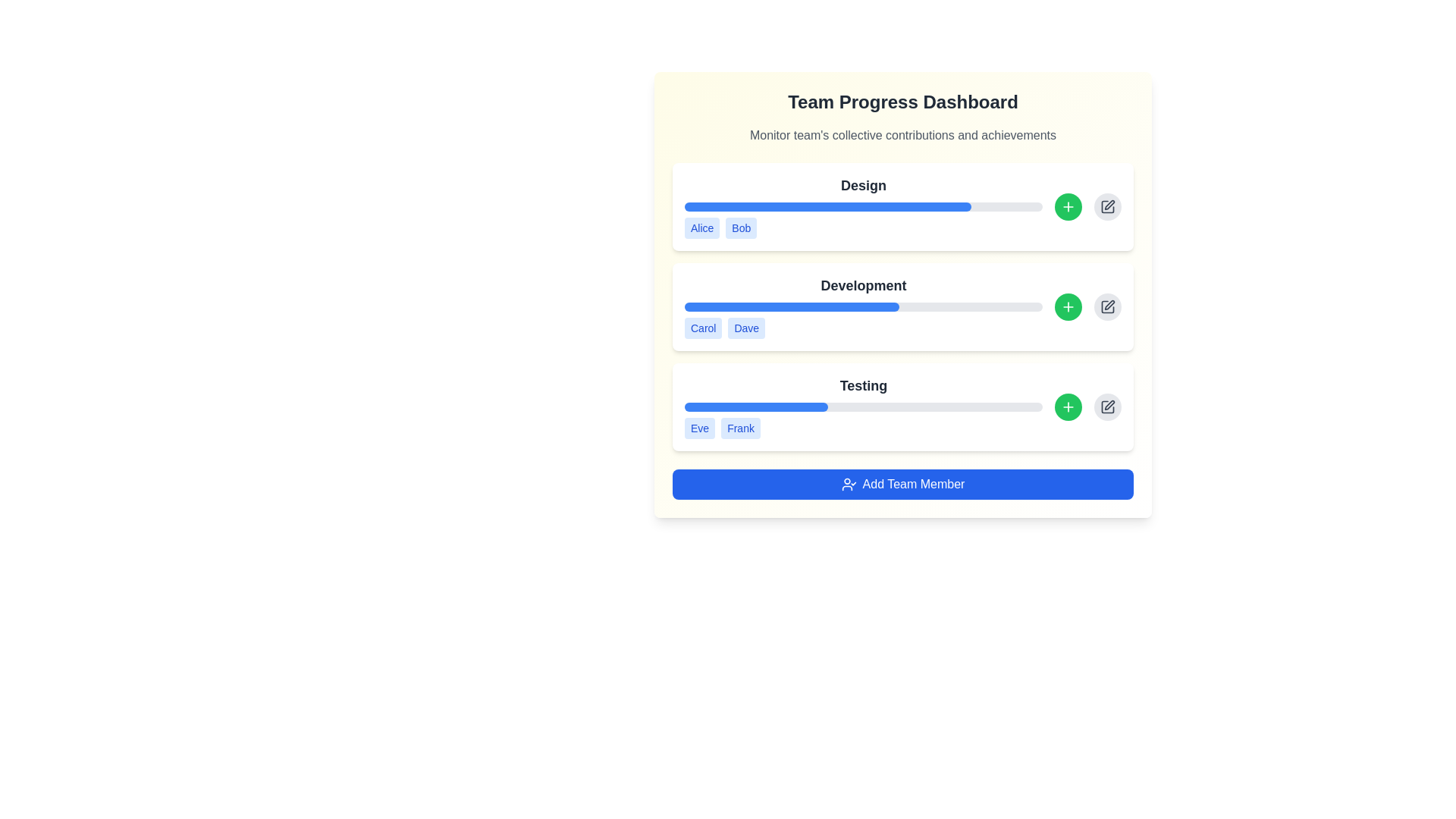 The height and width of the screenshot is (819, 1456). I want to click on the blue rectangular badge with rounded edges displaying the text 'Bob', so click(741, 227).